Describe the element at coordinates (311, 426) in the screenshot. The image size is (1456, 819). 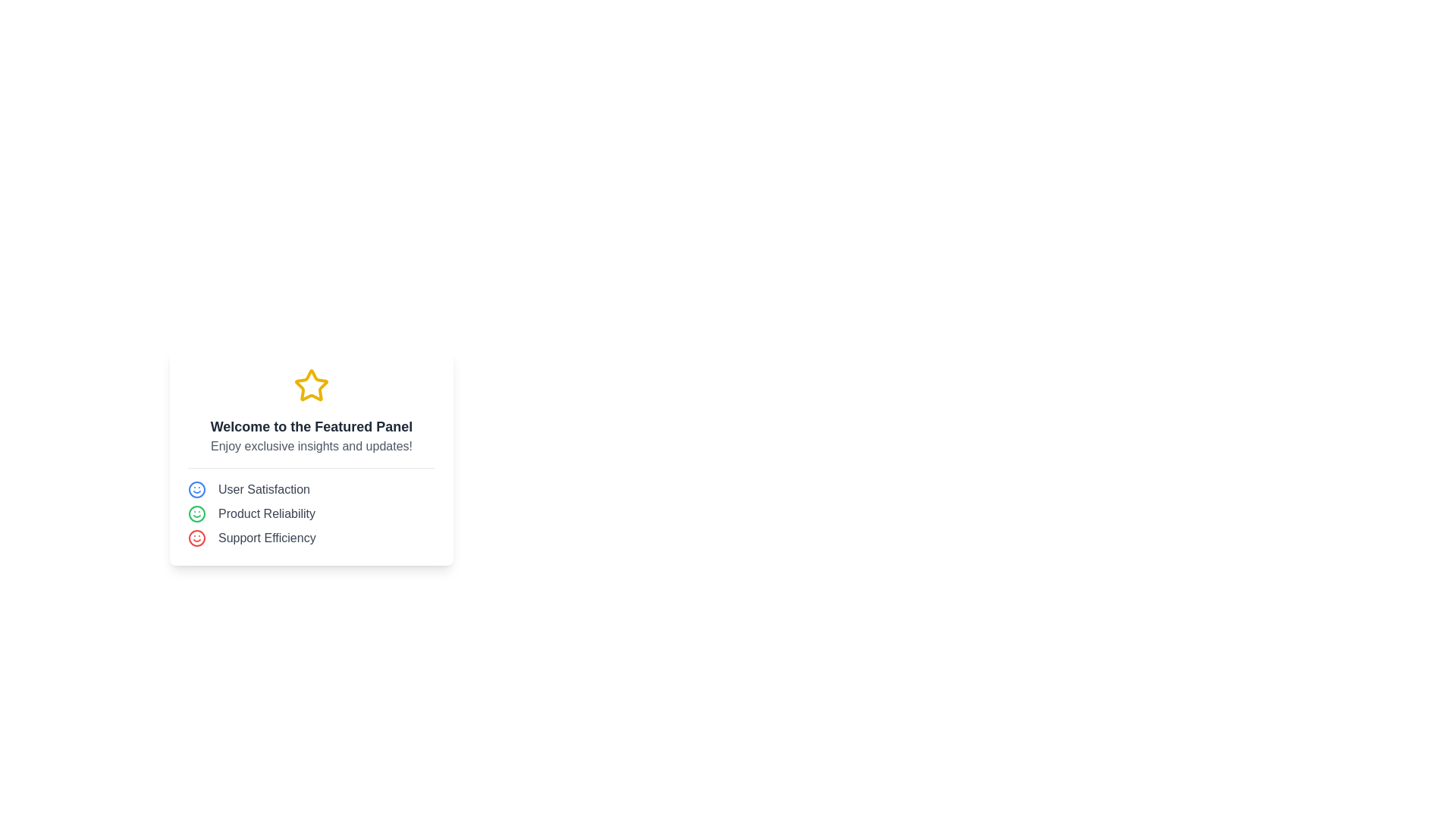
I see `text label displaying 'Welcome to the Featured Panel', which is prominently positioned in the center of the visible area` at that location.